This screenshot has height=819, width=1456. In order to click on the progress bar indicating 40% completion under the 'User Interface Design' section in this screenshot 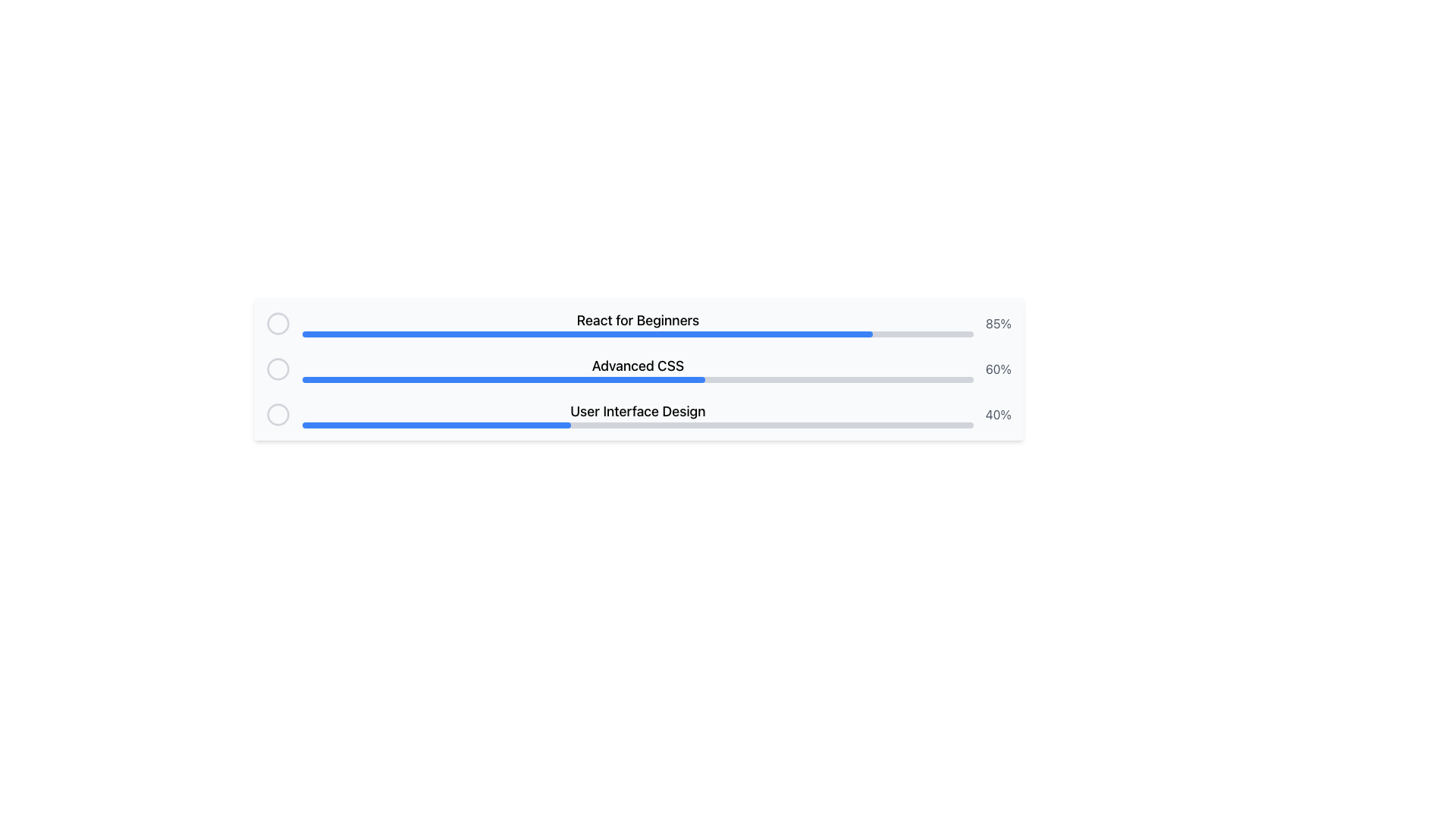, I will do `click(638, 425)`.